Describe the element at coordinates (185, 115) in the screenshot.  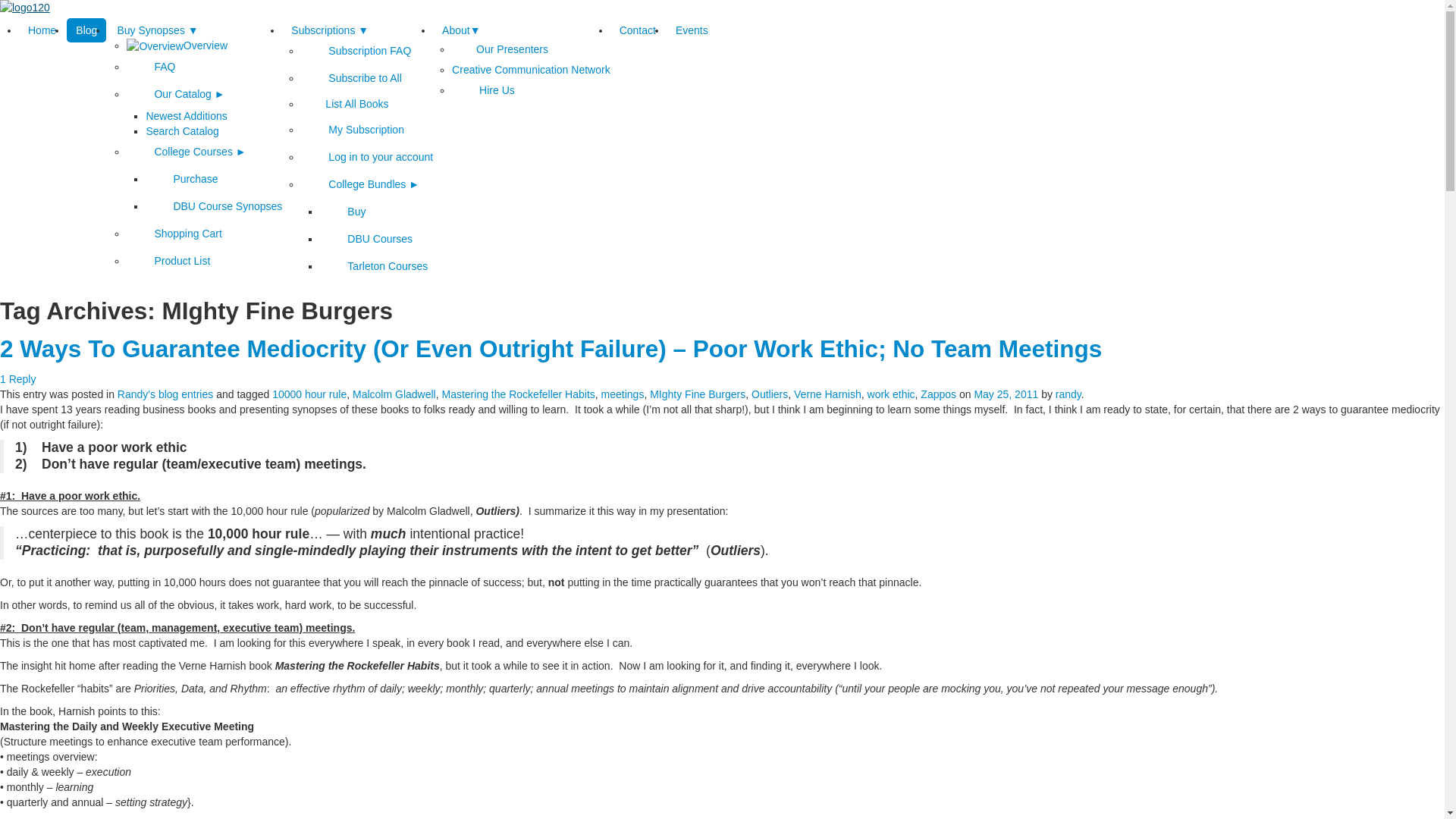
I see `'Newest Additions'` at that location.